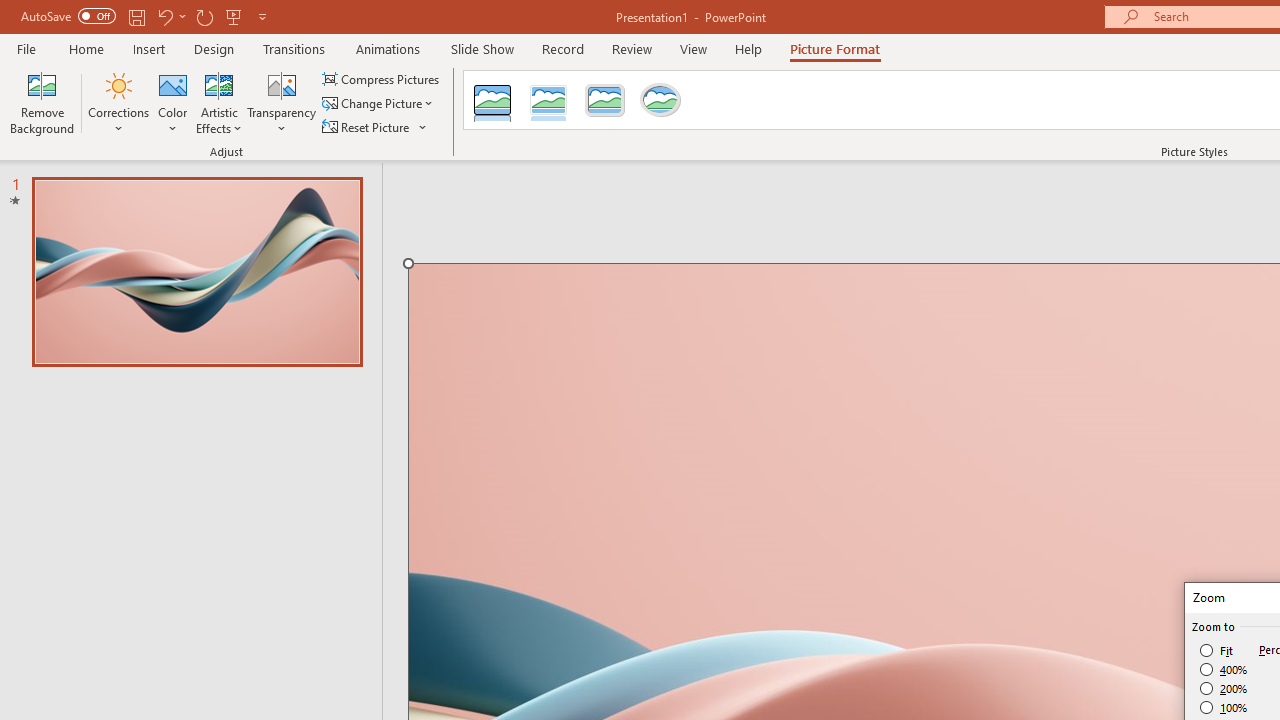 The height and width of the screenshot is (720, 1280). What do you see at coordinates (661, 100) in the screenshot?
I see `'Metal Oval'` at bounding box center [661, 100].